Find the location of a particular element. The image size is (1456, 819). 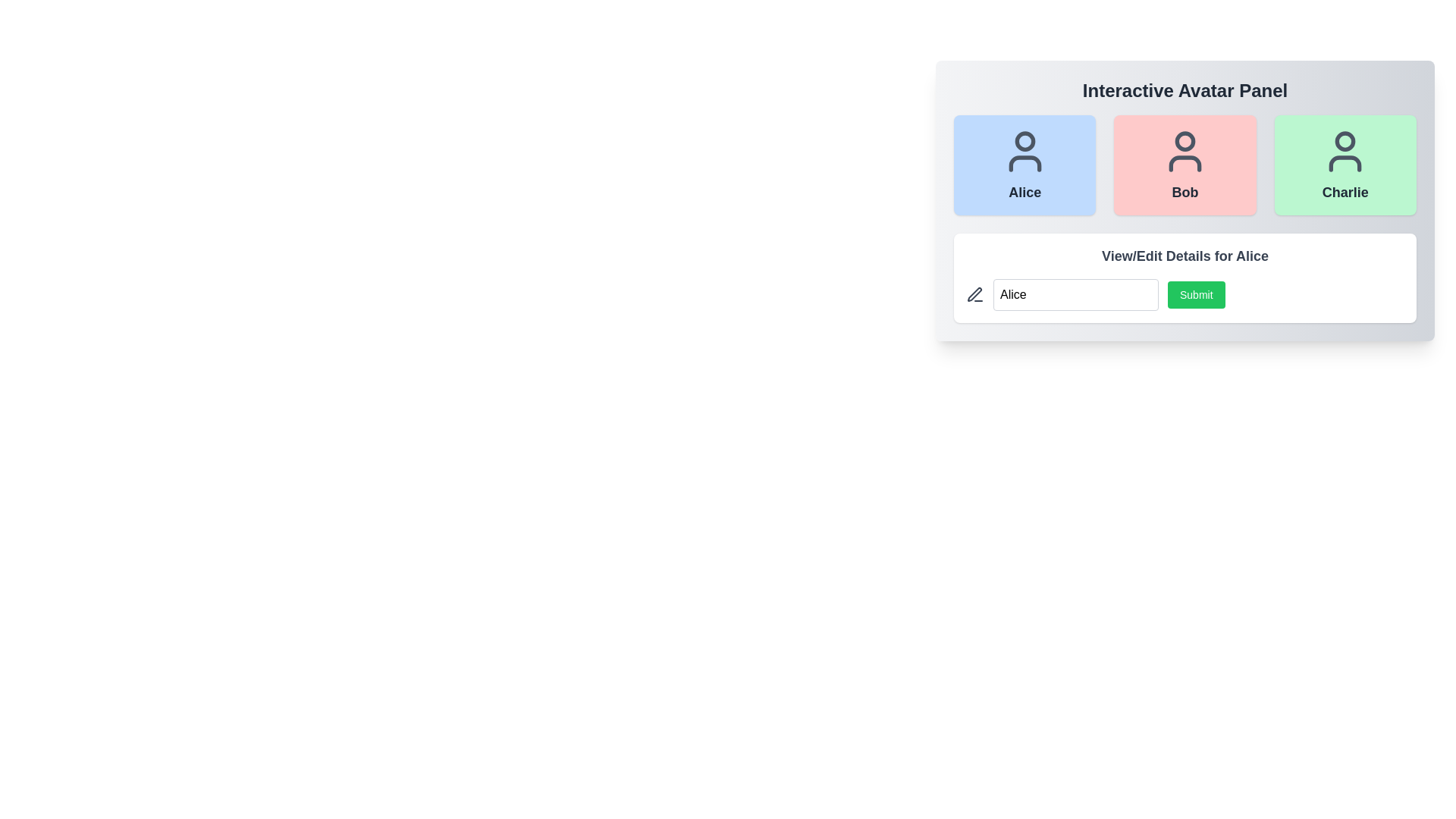

the SVG circle element that visually emphasizes the head region of the avatar labeled 'Alice' in the 'Interactive Avatar Panel', located at the top-center of the avatar is located at coordinates (1025, 141).